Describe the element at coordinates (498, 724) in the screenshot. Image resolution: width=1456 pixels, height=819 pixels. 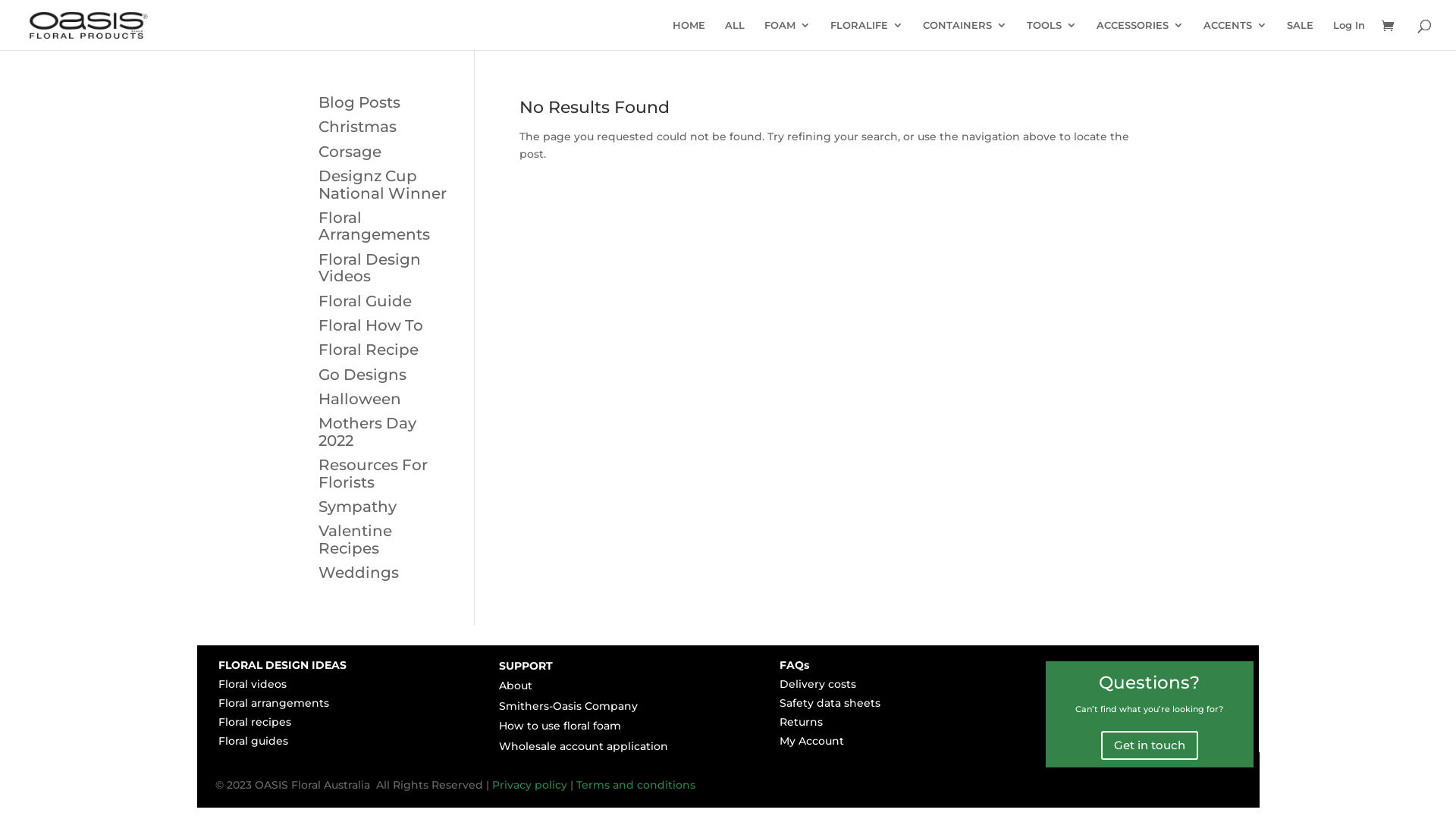
I see `'How to use floral foam'` at that location.